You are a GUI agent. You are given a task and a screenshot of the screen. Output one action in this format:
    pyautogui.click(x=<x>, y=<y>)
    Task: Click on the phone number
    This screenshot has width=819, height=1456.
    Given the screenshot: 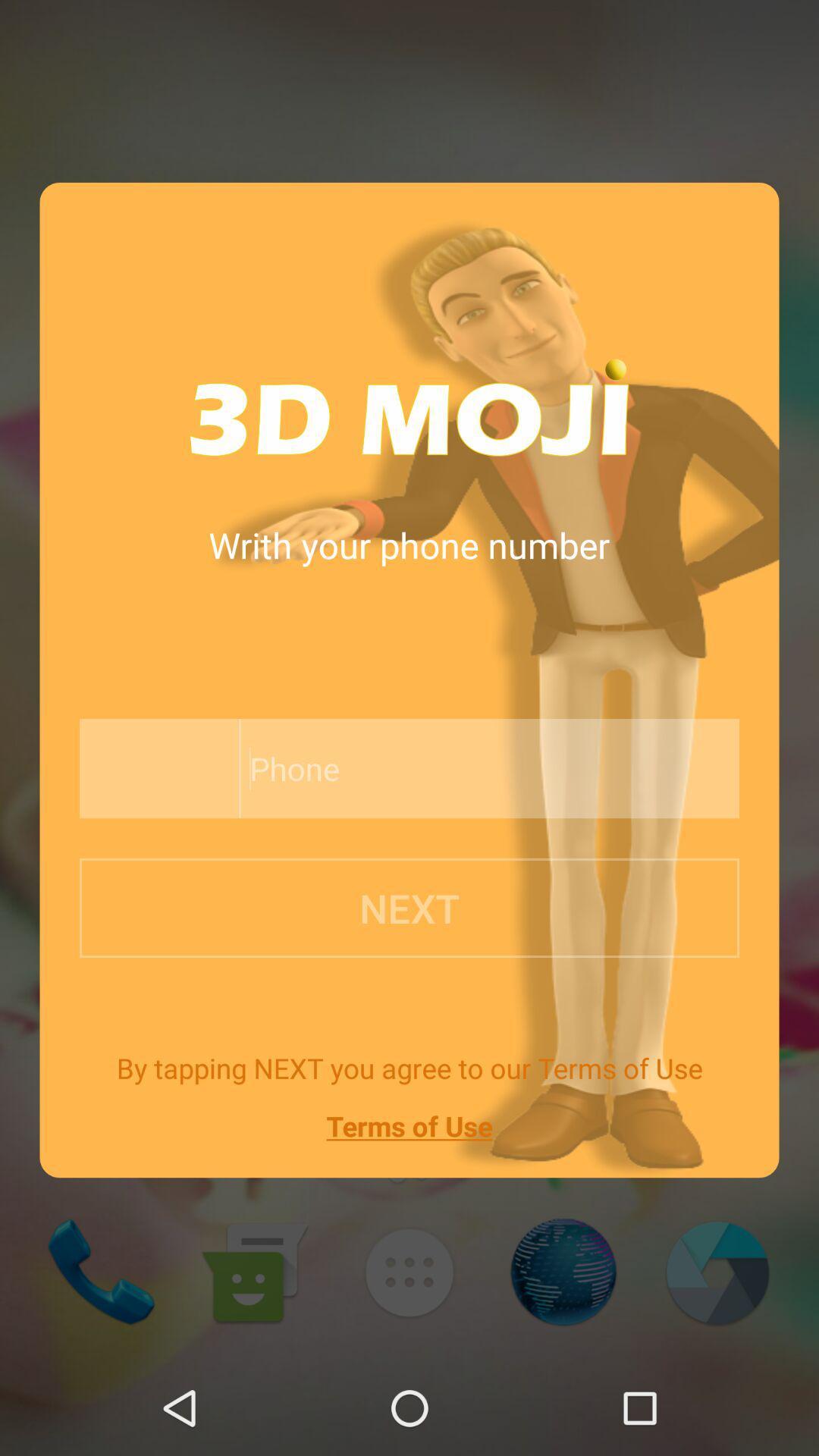 What is the action you would take?
    pyautogui.click(x=155, y=768)
    